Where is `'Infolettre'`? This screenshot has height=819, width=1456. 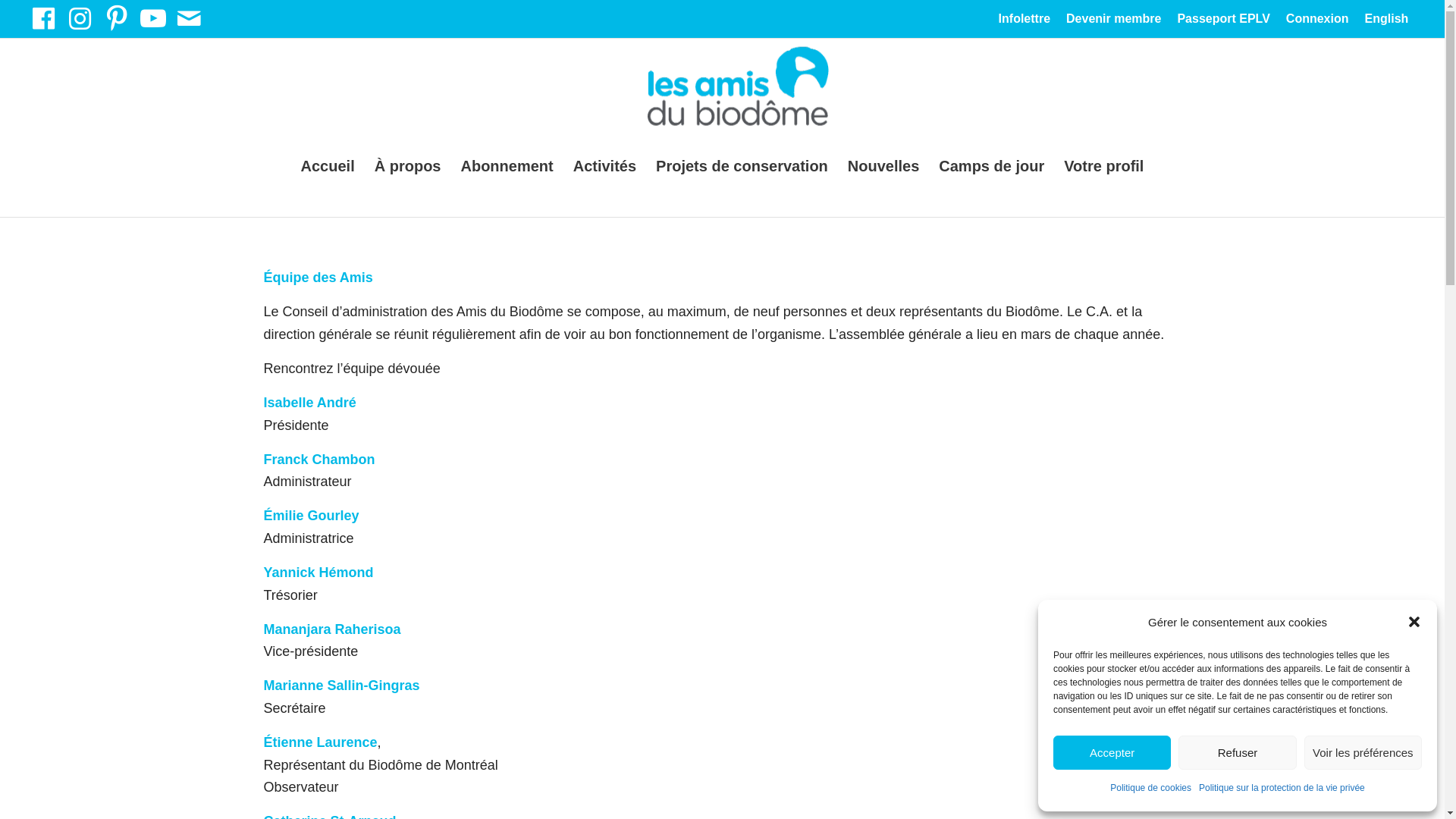 'Infolettre' is located at coordinates (1024, 20).